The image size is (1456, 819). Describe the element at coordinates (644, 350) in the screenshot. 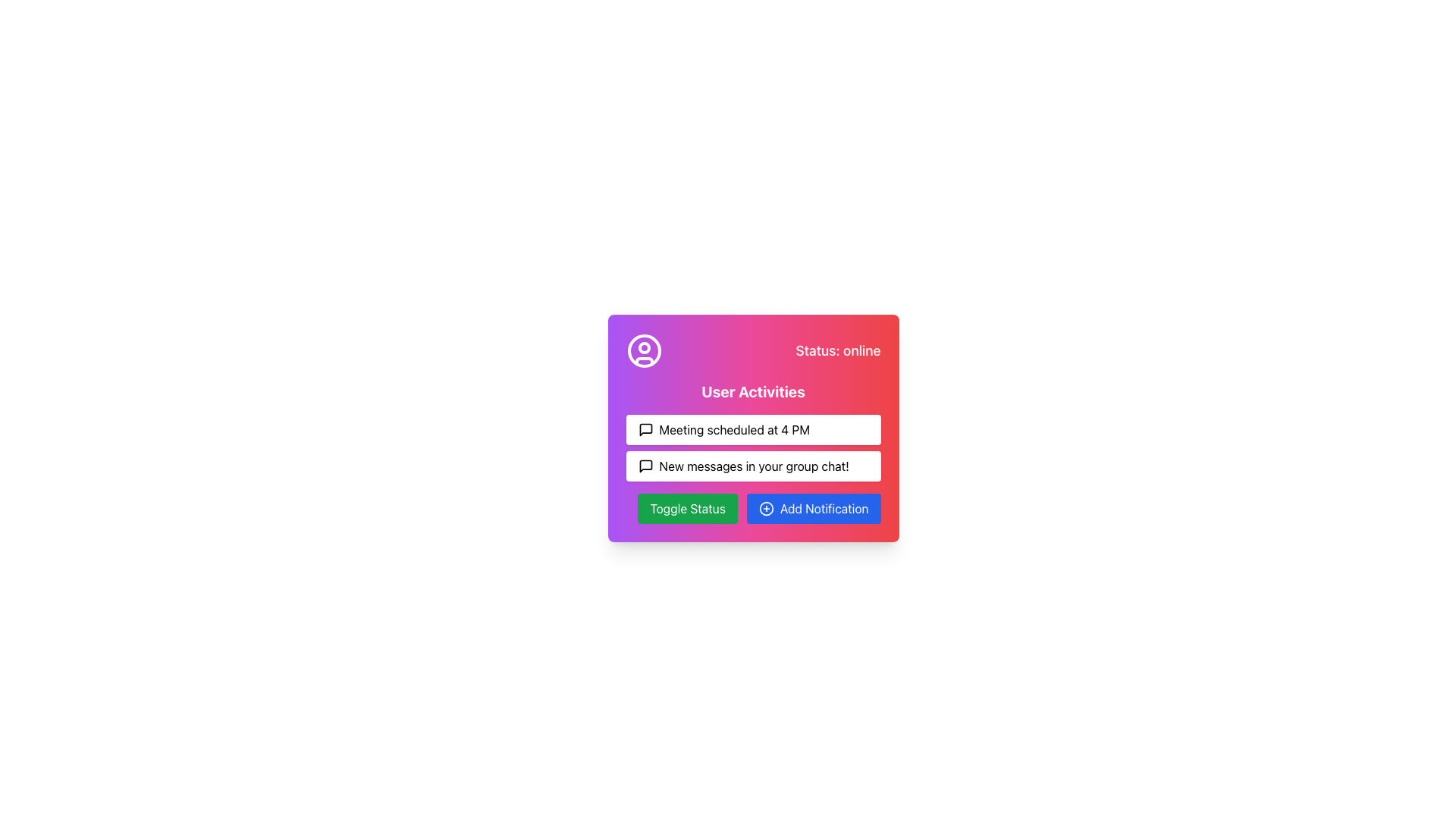

I see `the user profile icon located to the left of the 'Status: online' text in the header section of the user activities card` at that location.